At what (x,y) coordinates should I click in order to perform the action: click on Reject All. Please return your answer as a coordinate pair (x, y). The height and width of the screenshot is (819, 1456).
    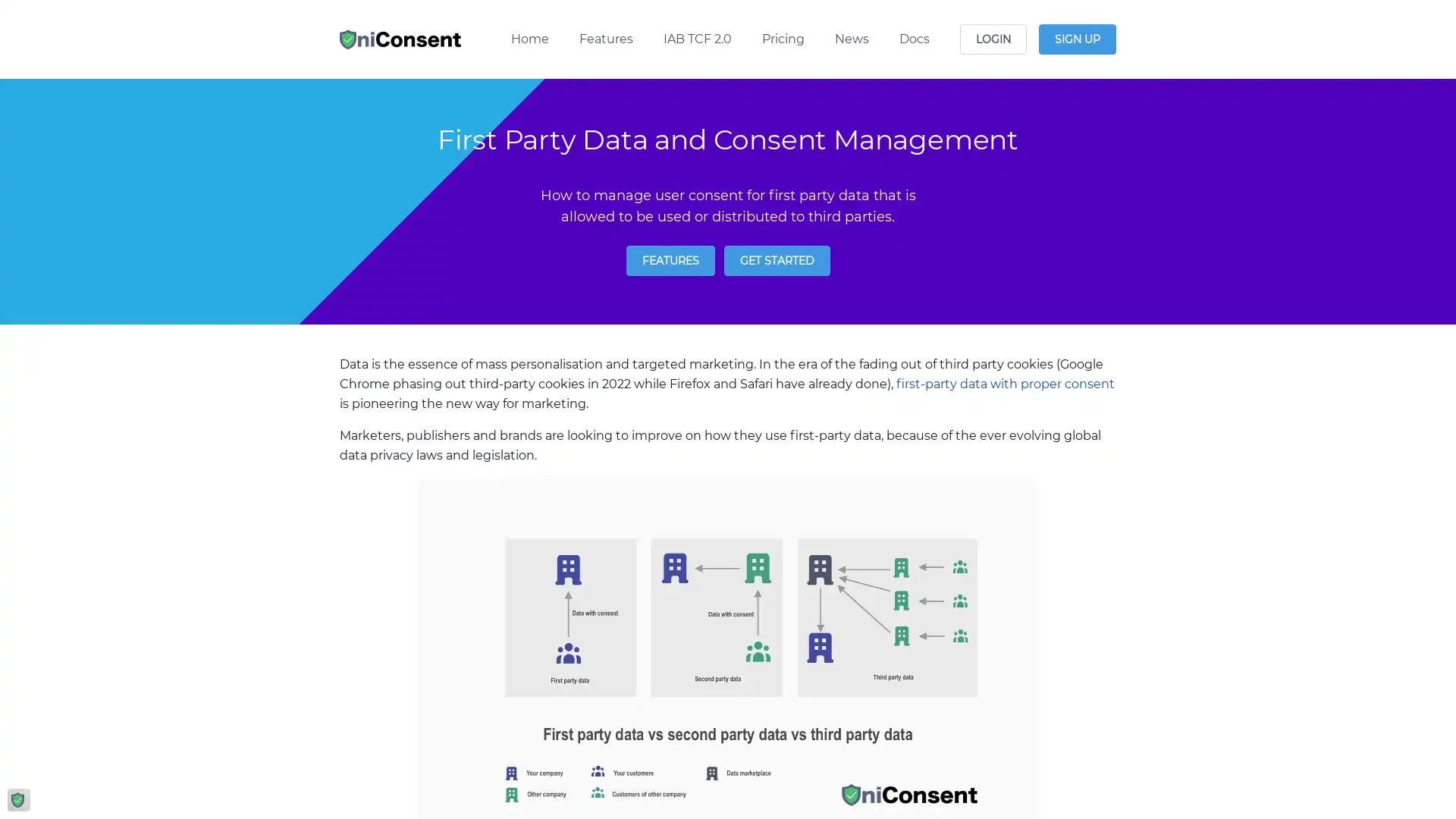
    Looking at the image, I should click on (213, 791).